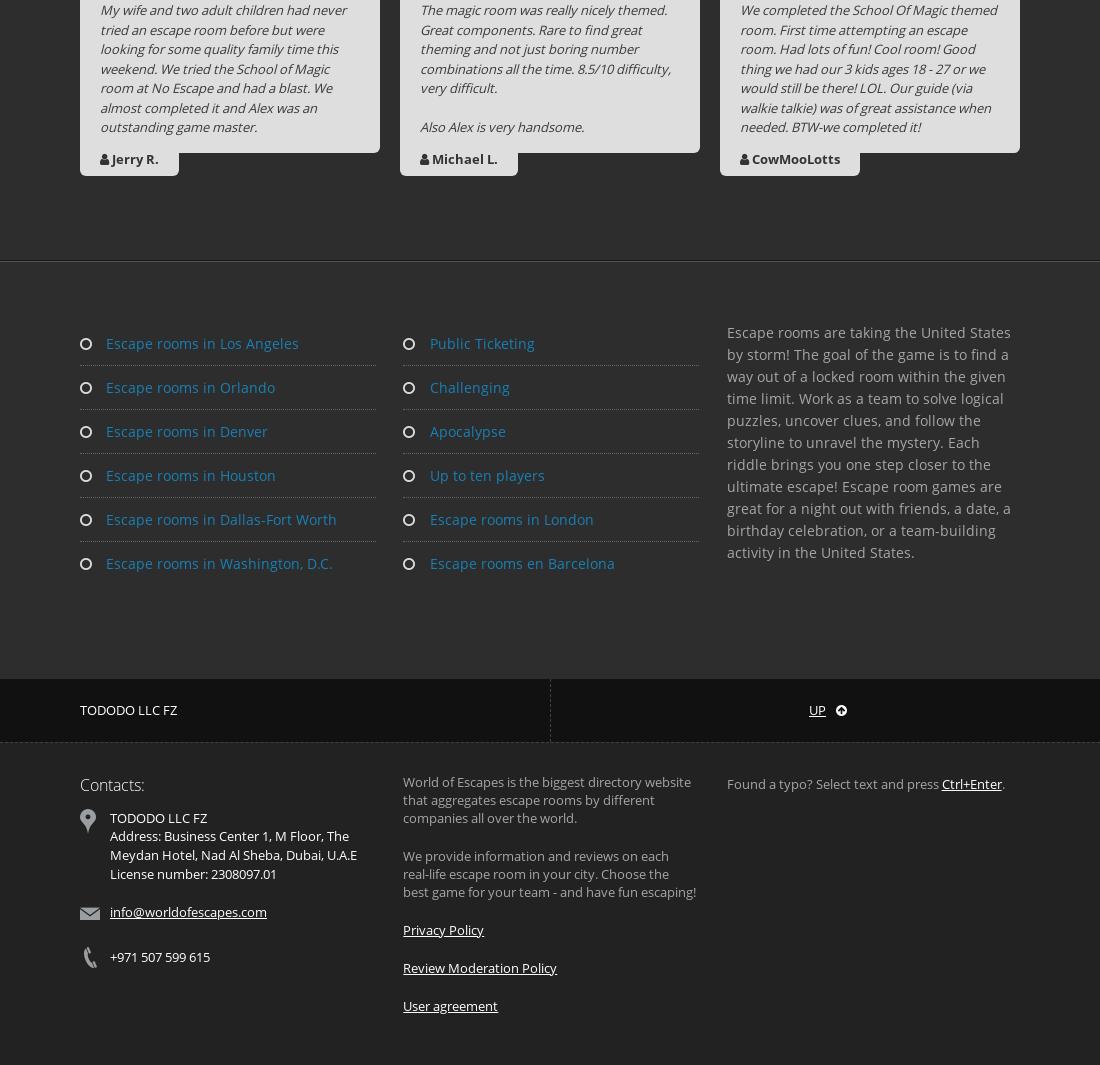  What do you see at coordinates (159, 956) in the screenshot?
I see `'+971 507 599 615'` at bounding box center [159, 956].